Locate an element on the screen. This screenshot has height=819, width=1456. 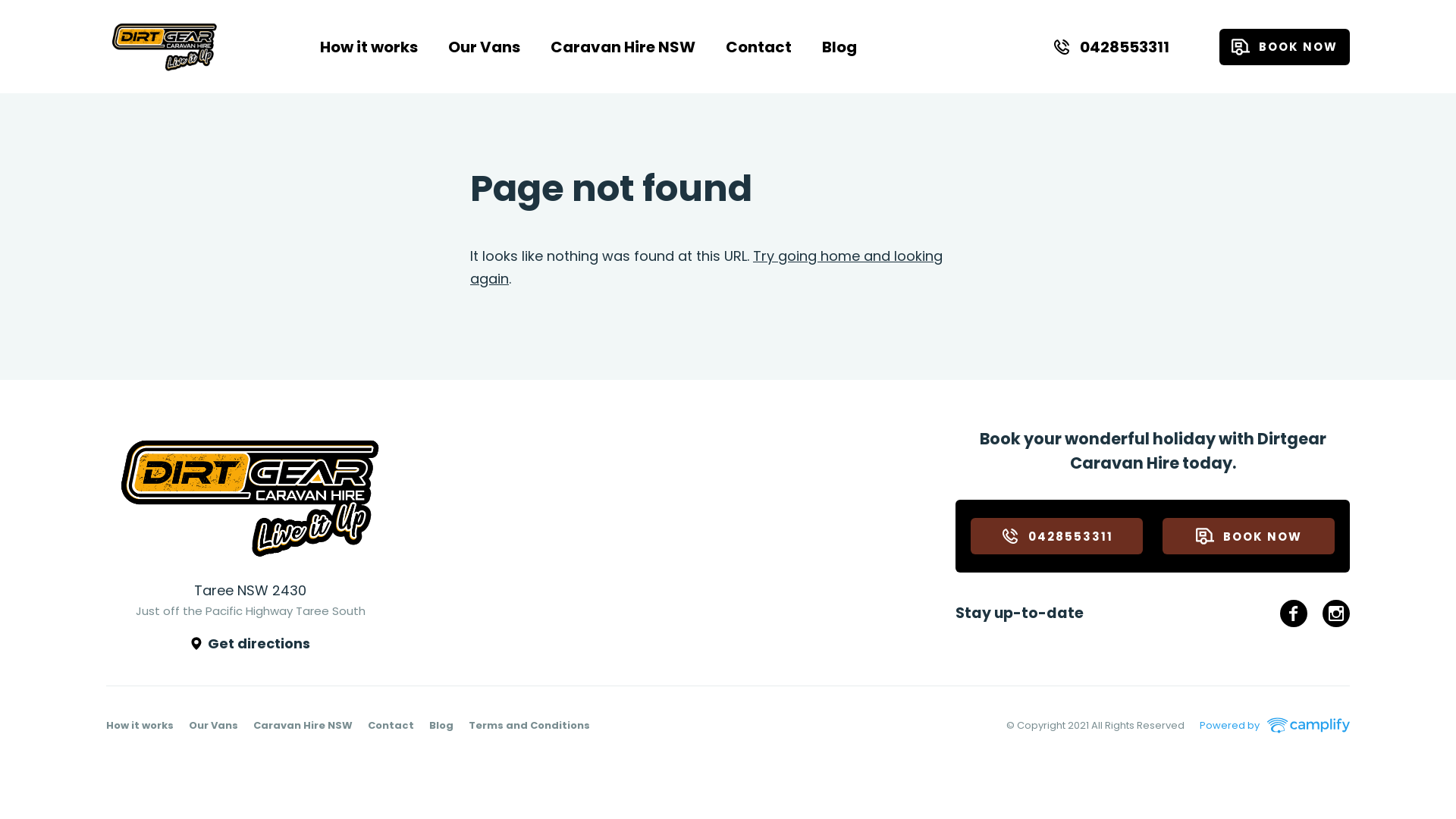
'How it works' is located at coordinates (140, 724).